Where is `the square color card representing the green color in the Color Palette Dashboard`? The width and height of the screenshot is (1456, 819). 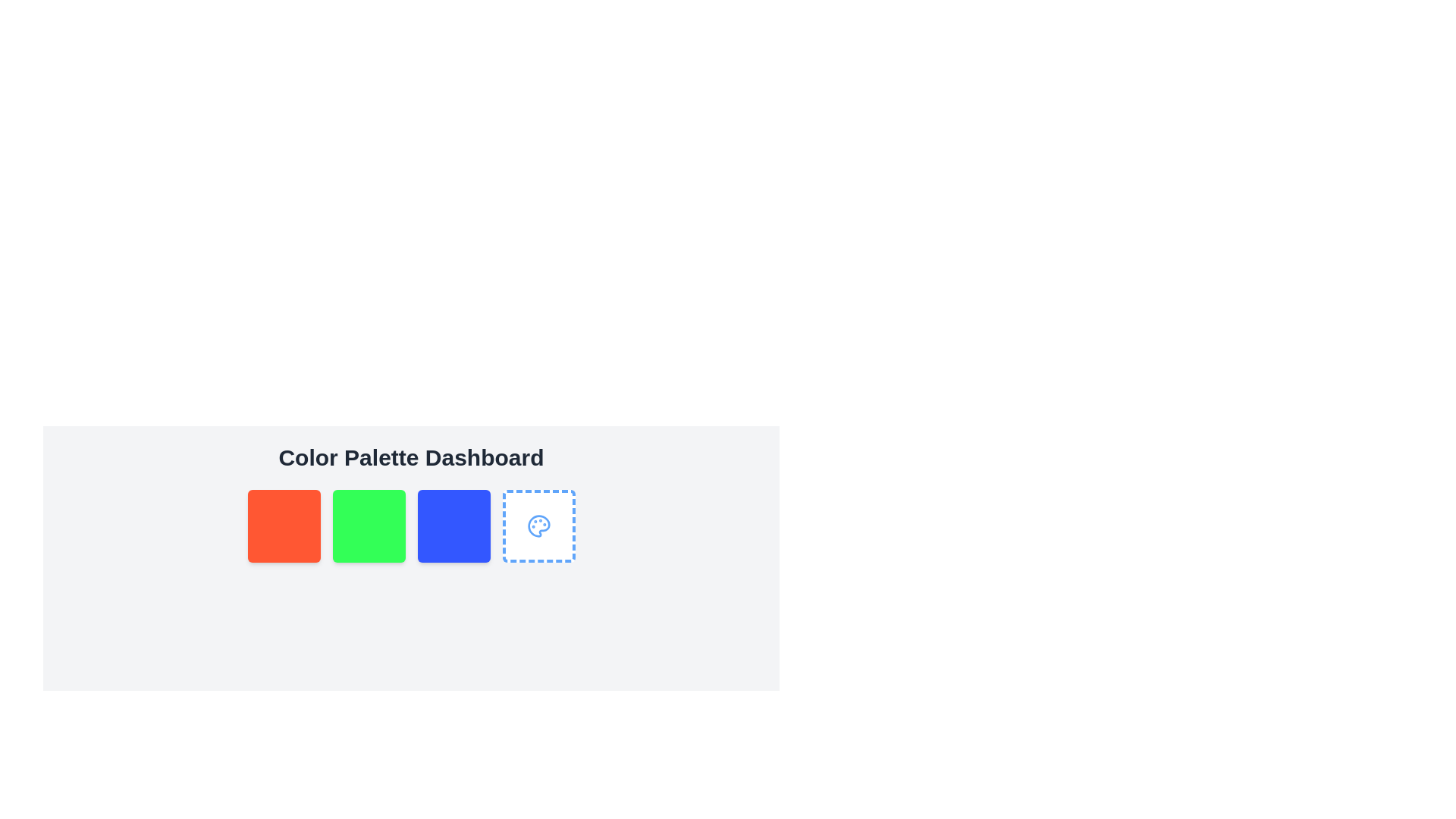
the square color card representing the green color in the Color Palette Dashboard is located at coordinates (369, 526).